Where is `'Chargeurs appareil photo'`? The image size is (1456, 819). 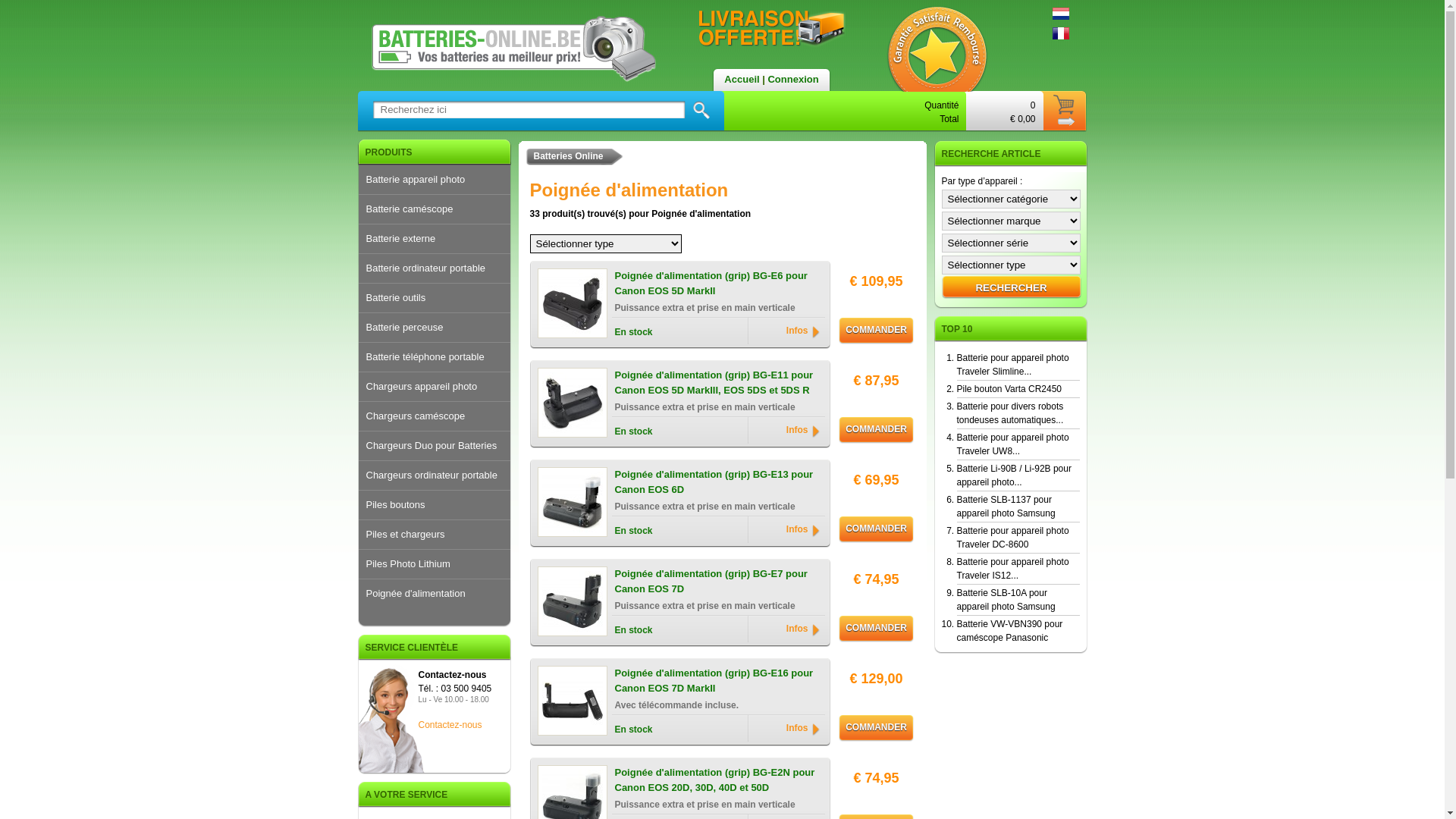 'Chargeurs appareil photo' is located at coordinates (432, 385).